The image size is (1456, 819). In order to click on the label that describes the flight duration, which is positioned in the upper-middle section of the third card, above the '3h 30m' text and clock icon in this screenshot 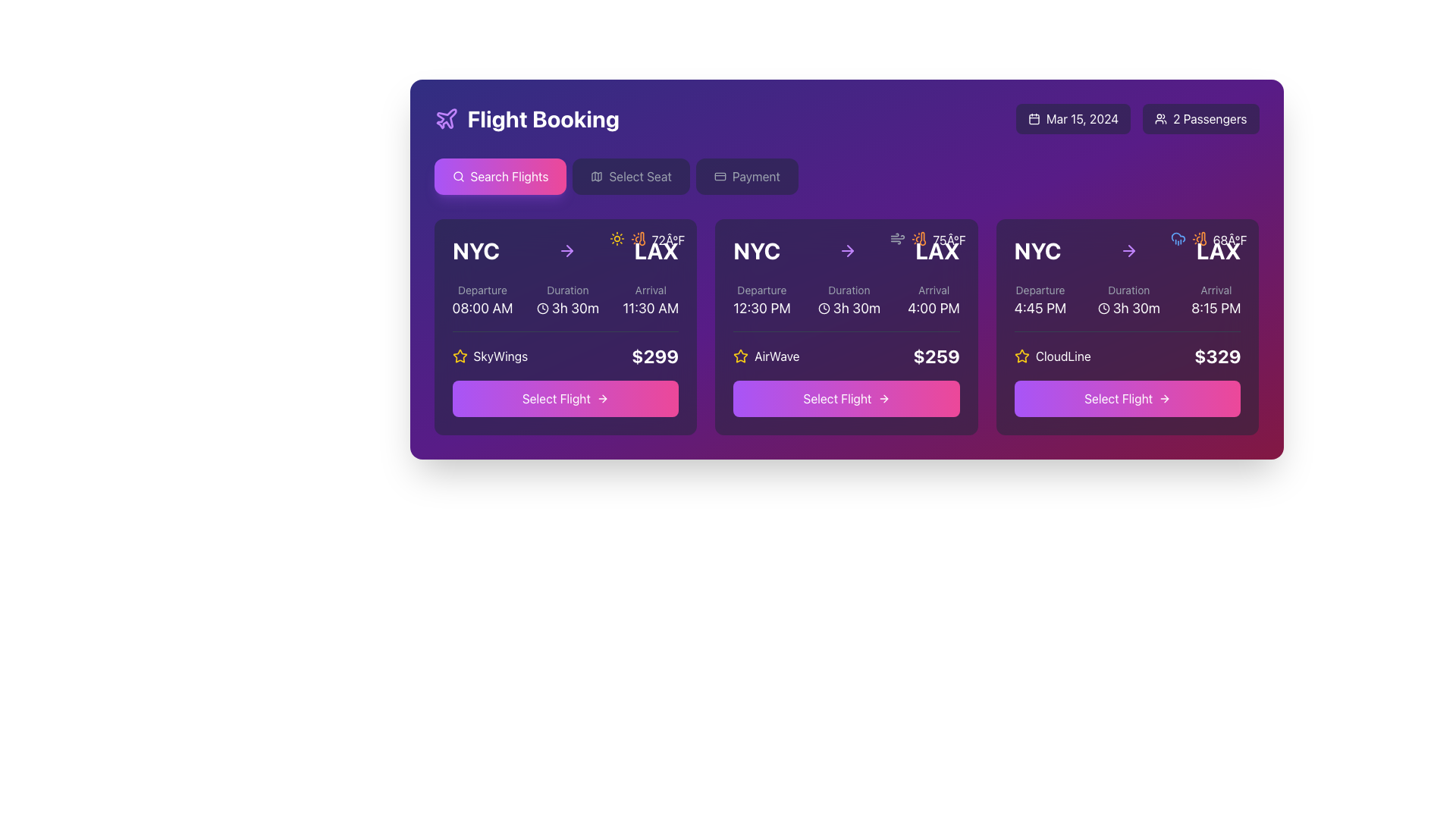, I will do `click(1128, 290)`.